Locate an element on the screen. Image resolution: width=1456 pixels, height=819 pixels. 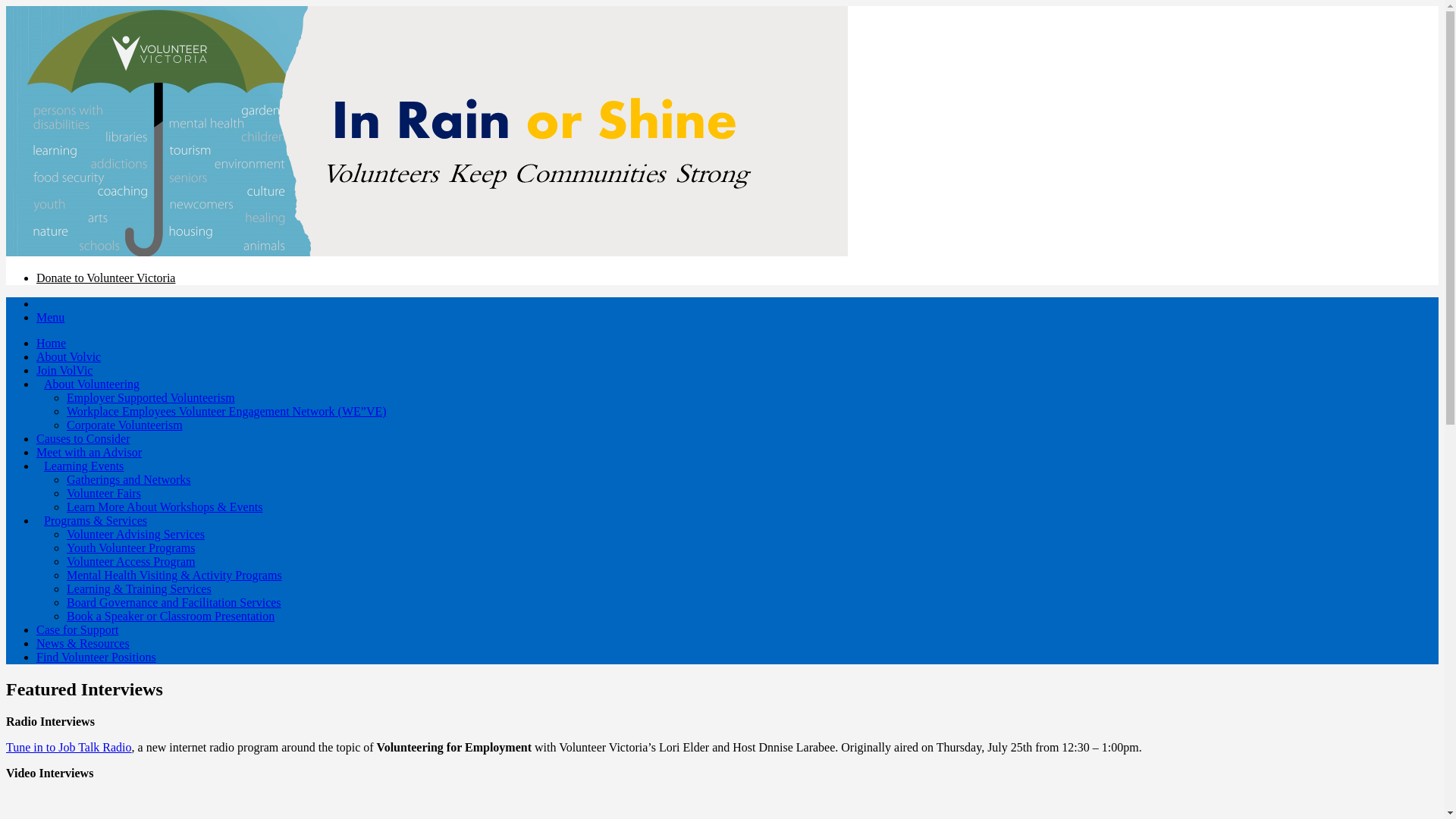
'Donate to Volunteer Victoria' is located at coordinates (105, 278).